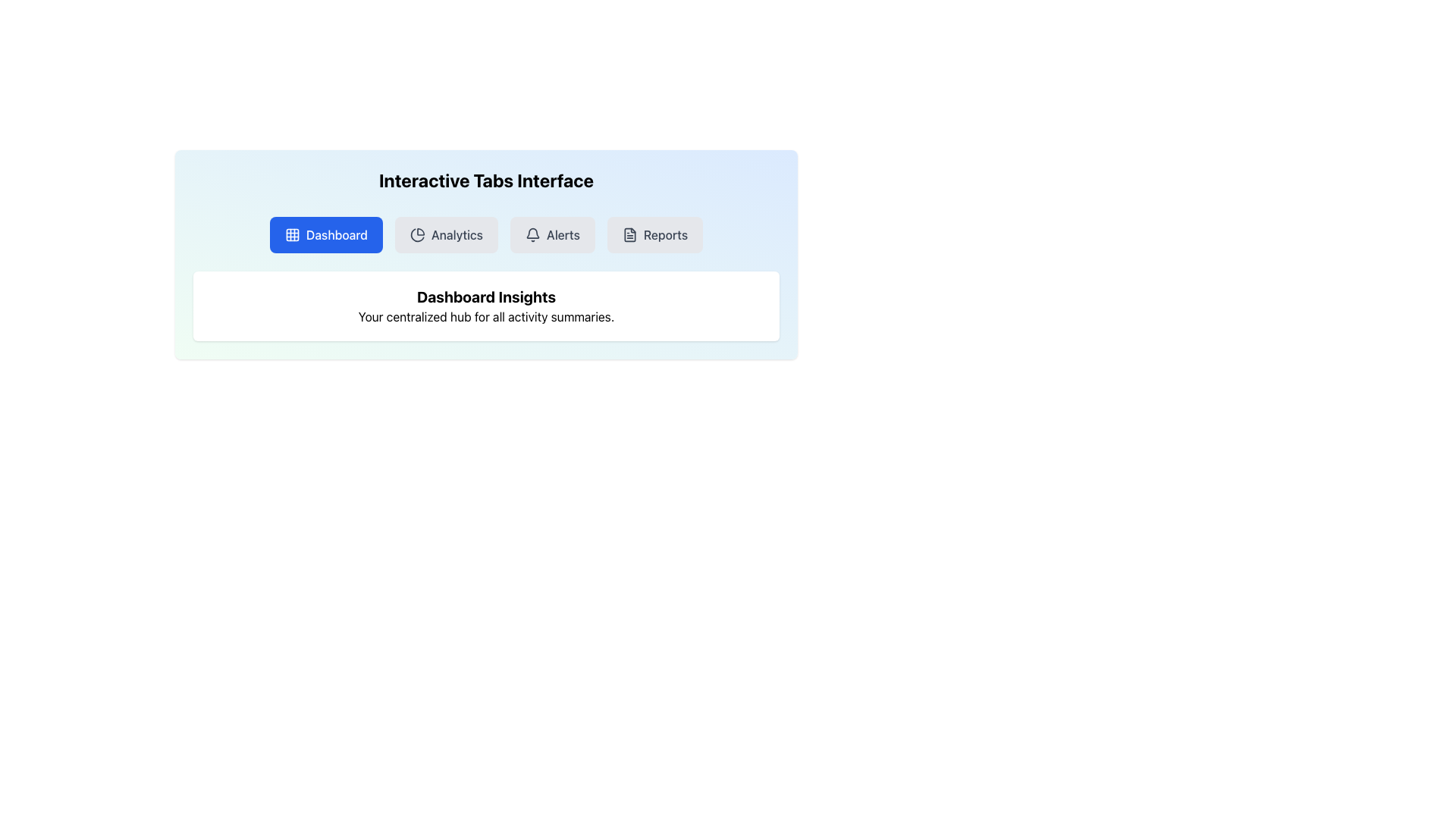 The height and width of the screenshot is (819, 1456). I want to click on the decorative icon representing the dashboard located to the immediate left of the 'Dashboard' text at the top left part of the interface, so click(292, 234).